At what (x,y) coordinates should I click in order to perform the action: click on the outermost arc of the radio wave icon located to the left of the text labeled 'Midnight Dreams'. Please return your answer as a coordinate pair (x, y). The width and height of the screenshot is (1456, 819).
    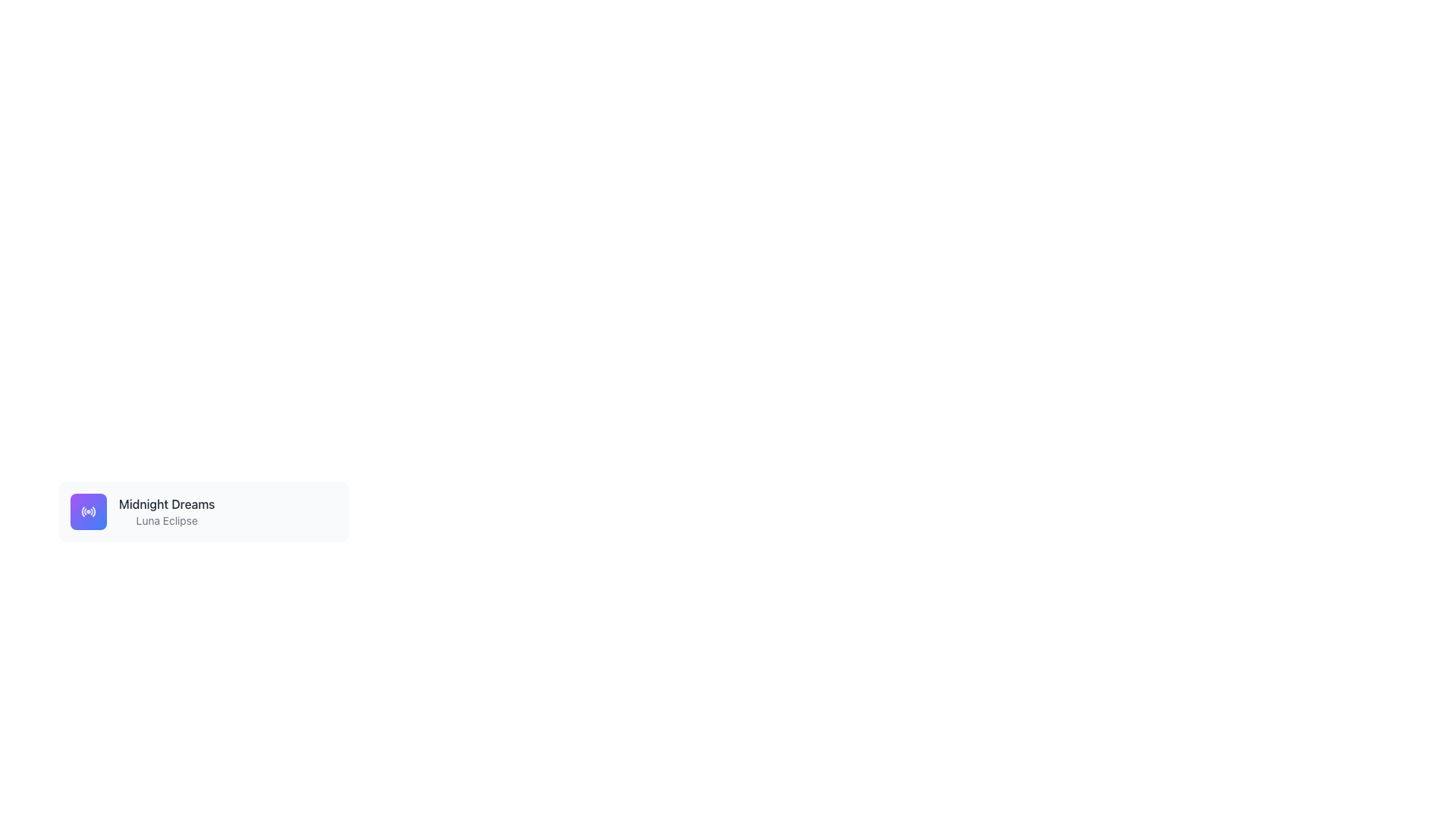
    Looking at the image, I should click on (93, 512).